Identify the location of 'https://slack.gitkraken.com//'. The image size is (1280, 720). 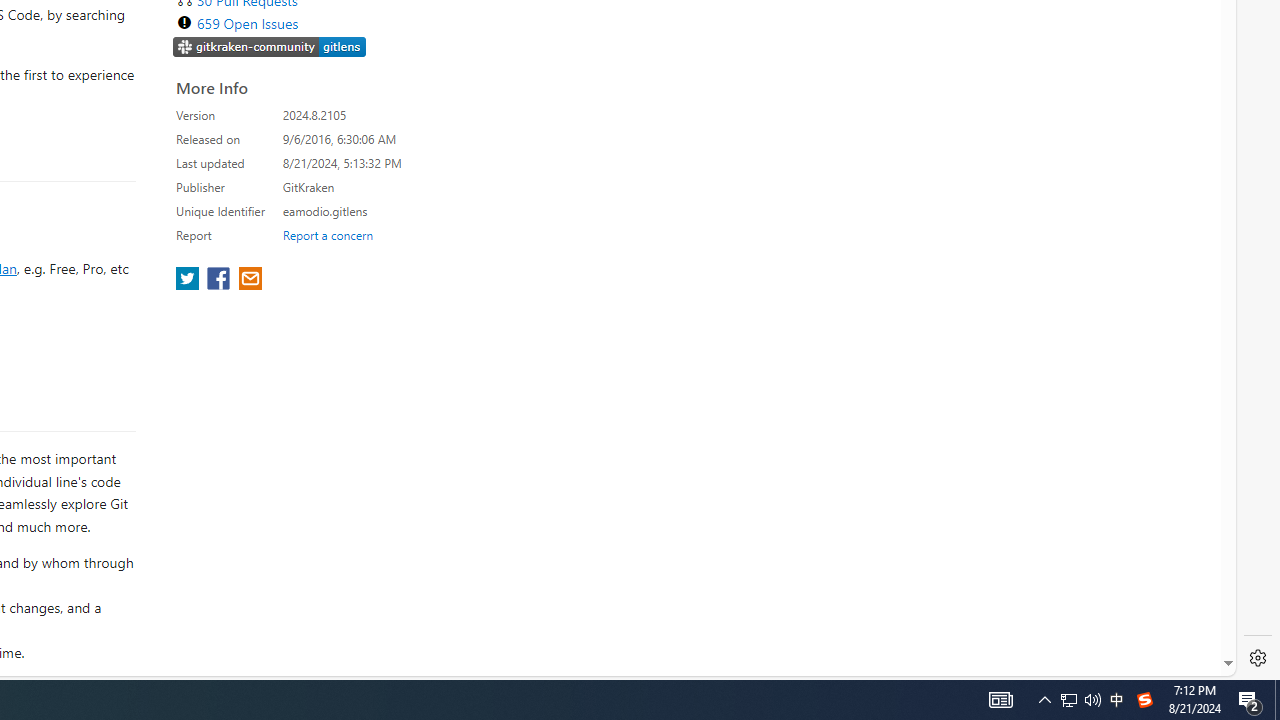
(269, 45).